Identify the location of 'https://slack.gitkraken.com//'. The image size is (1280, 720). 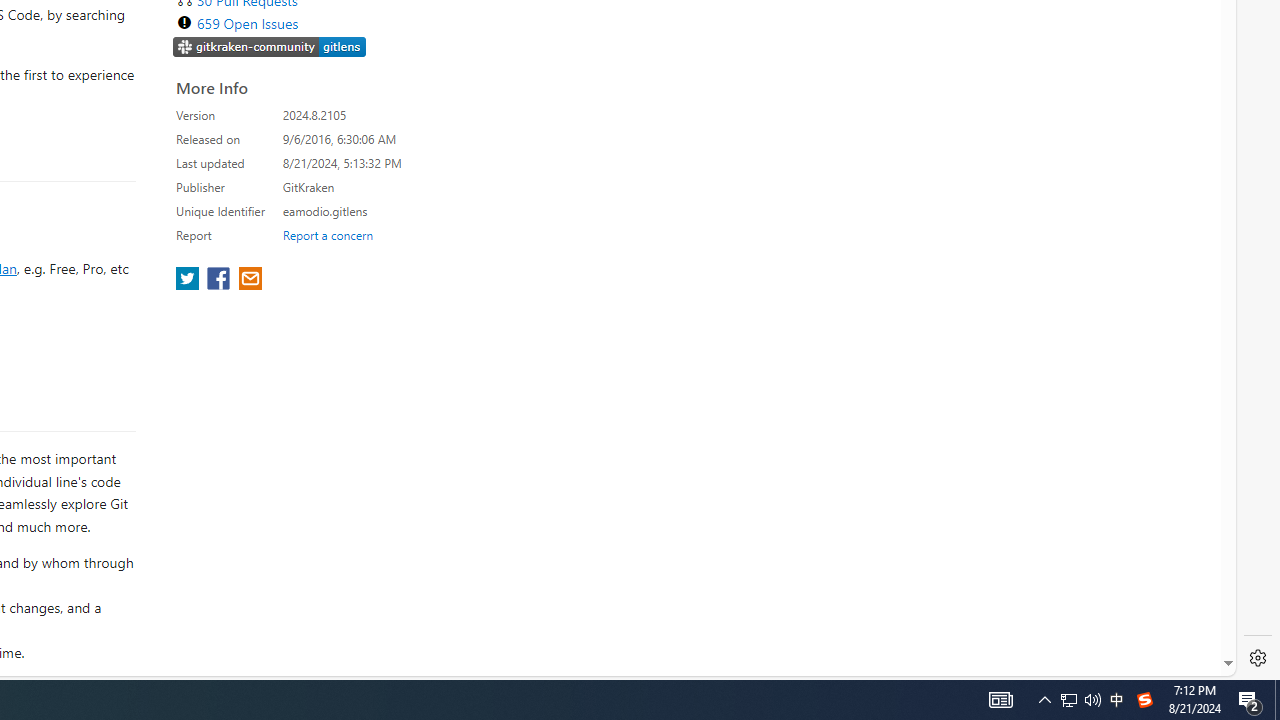
(269, 45).